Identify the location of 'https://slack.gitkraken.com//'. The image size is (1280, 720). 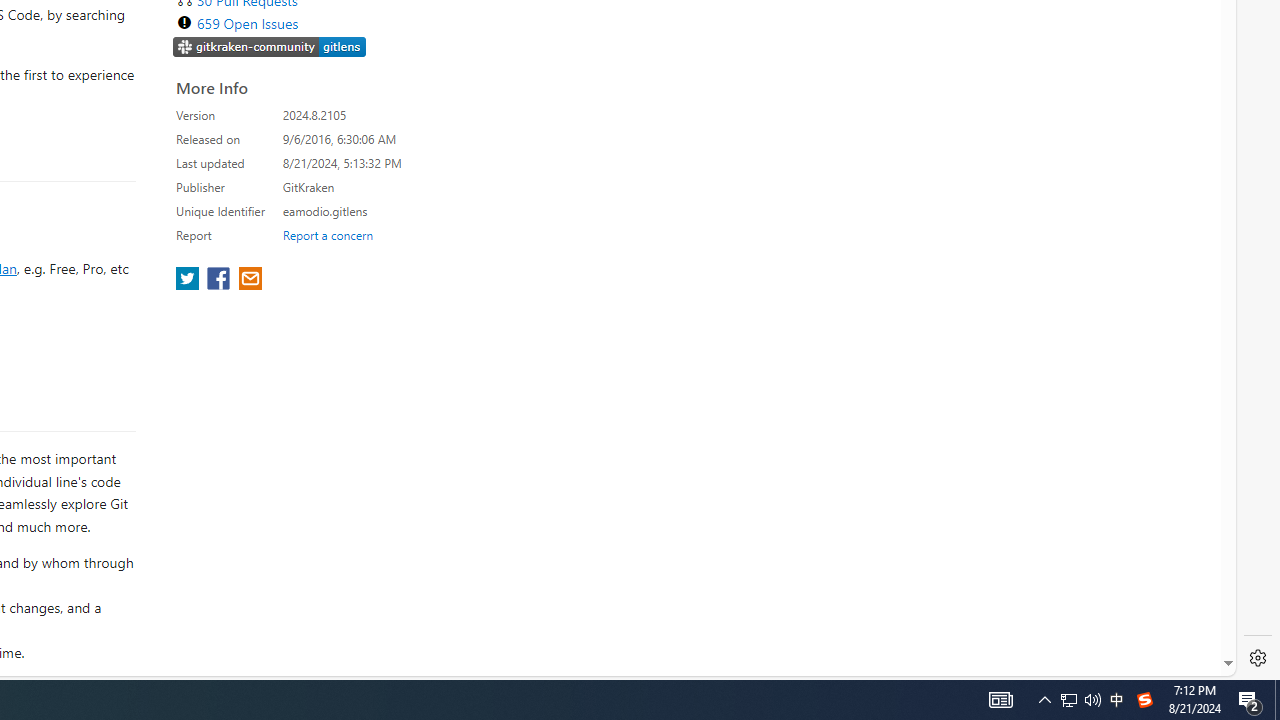
(269, 45).